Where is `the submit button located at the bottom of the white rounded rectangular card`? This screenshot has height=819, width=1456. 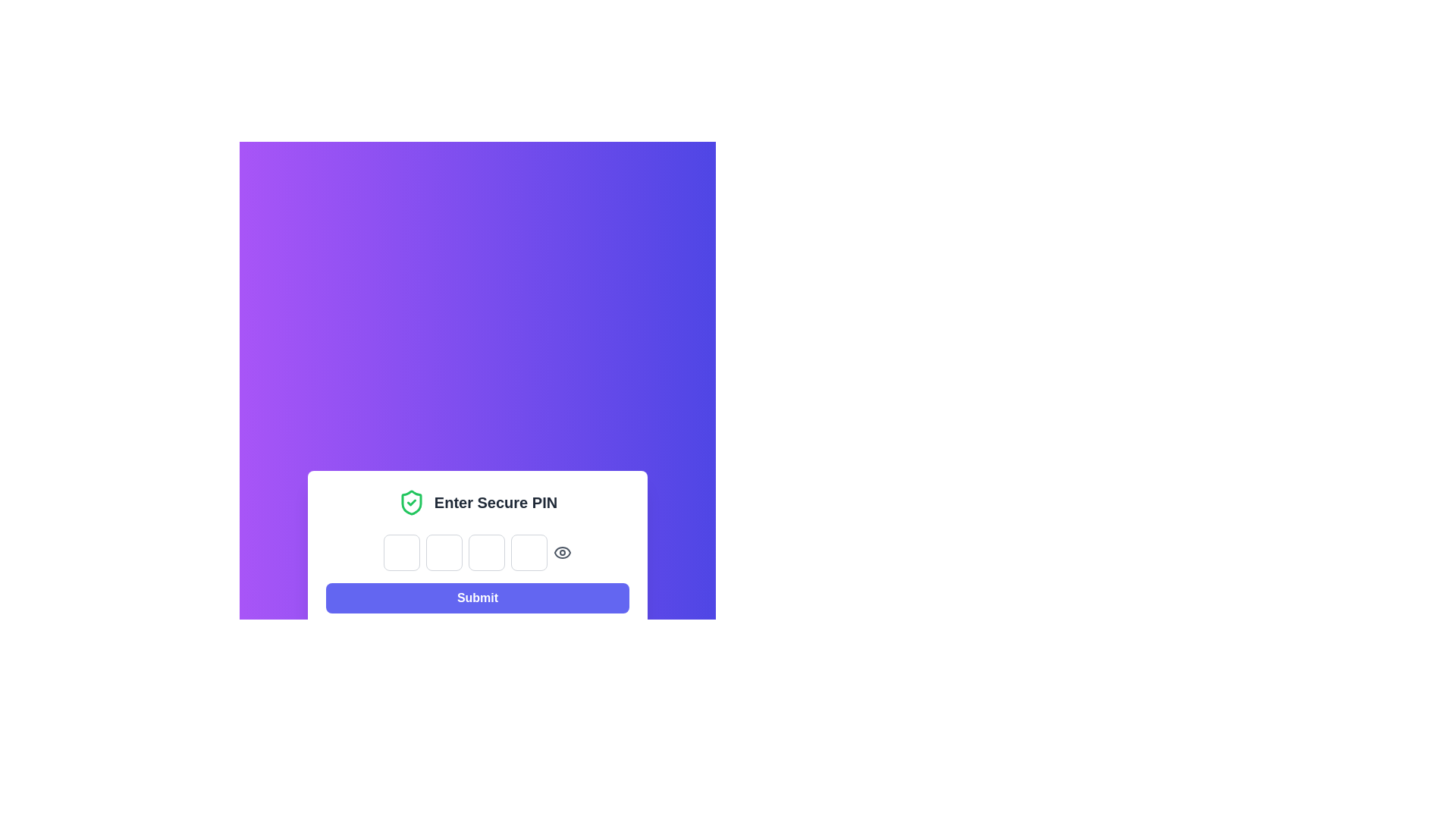 the submit button located at the bottom of the white rounded rectangular card is located at coordinates (476, 598).